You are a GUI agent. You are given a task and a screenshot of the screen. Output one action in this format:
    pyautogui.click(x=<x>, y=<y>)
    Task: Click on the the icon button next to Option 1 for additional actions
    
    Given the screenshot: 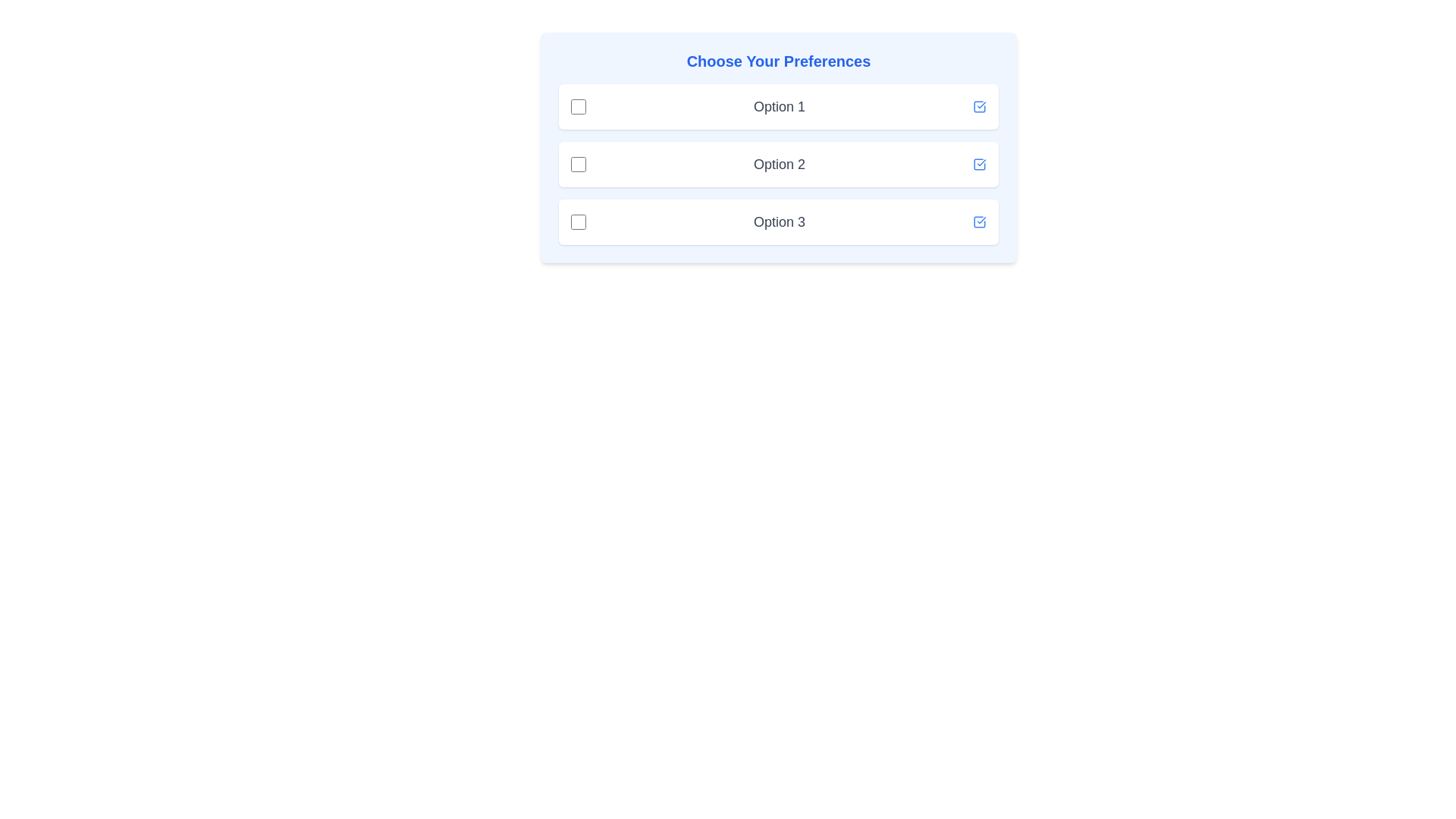 What is the action you would take?
    pyautogui.click(x=979, y=106)
    